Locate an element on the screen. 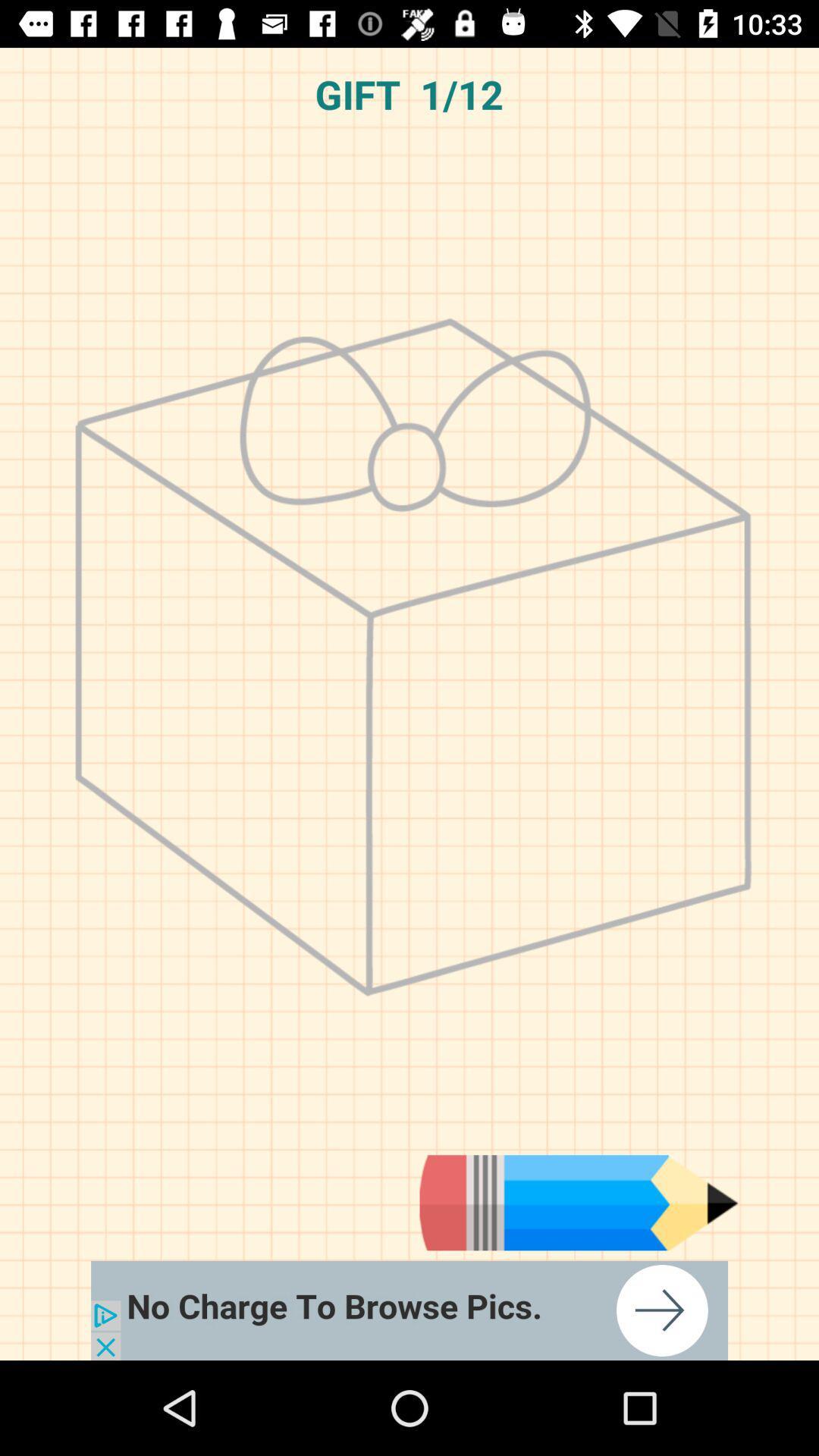 This screenshot has height=1456, width=819. draw is located at coordinates (579, 1202).